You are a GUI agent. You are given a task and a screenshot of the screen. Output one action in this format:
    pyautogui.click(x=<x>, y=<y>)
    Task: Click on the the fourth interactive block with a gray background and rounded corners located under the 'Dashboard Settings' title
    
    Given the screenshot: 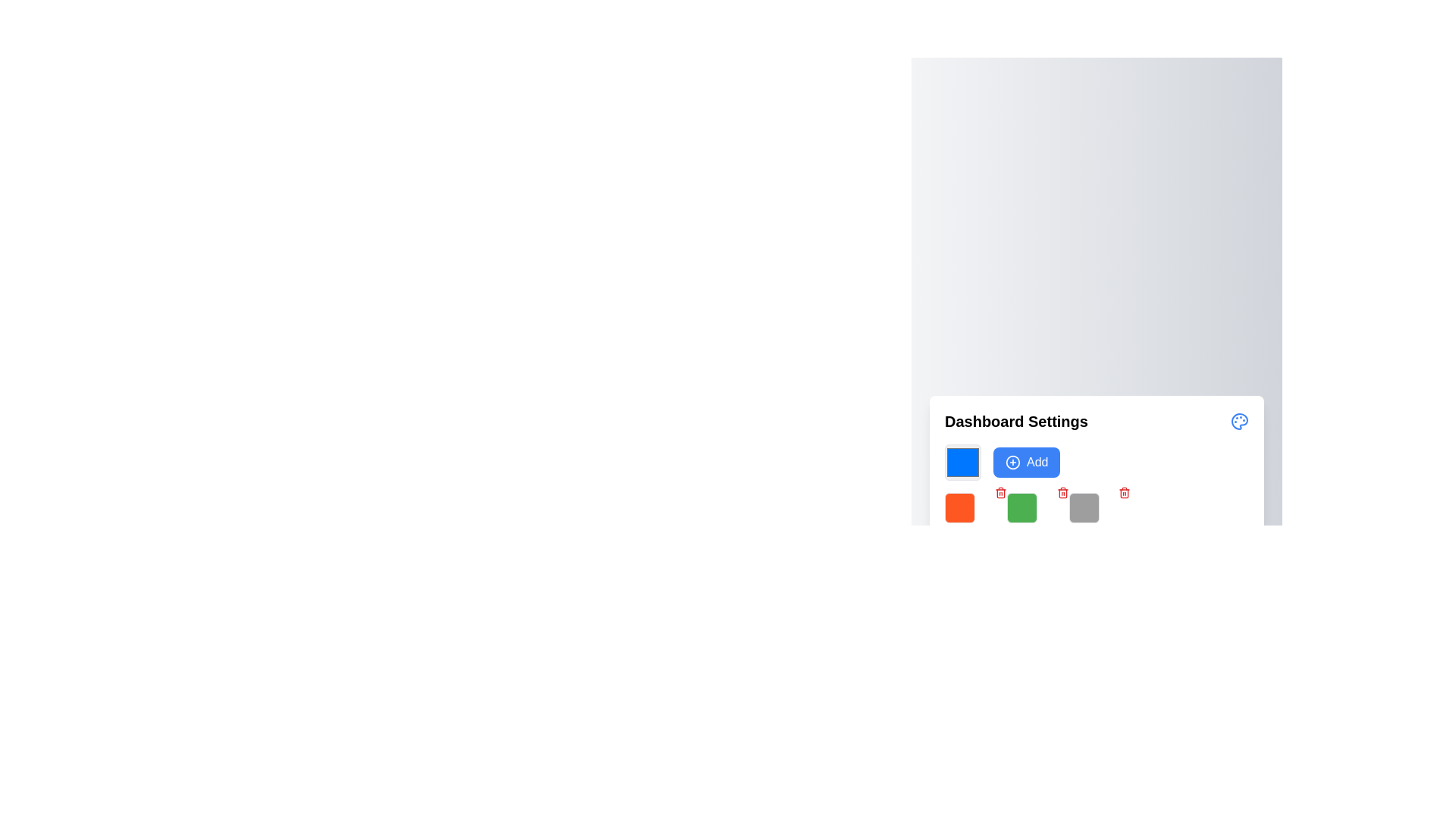 What is the action you would take?
    pyautogui.click(x=1097, y=508)
    